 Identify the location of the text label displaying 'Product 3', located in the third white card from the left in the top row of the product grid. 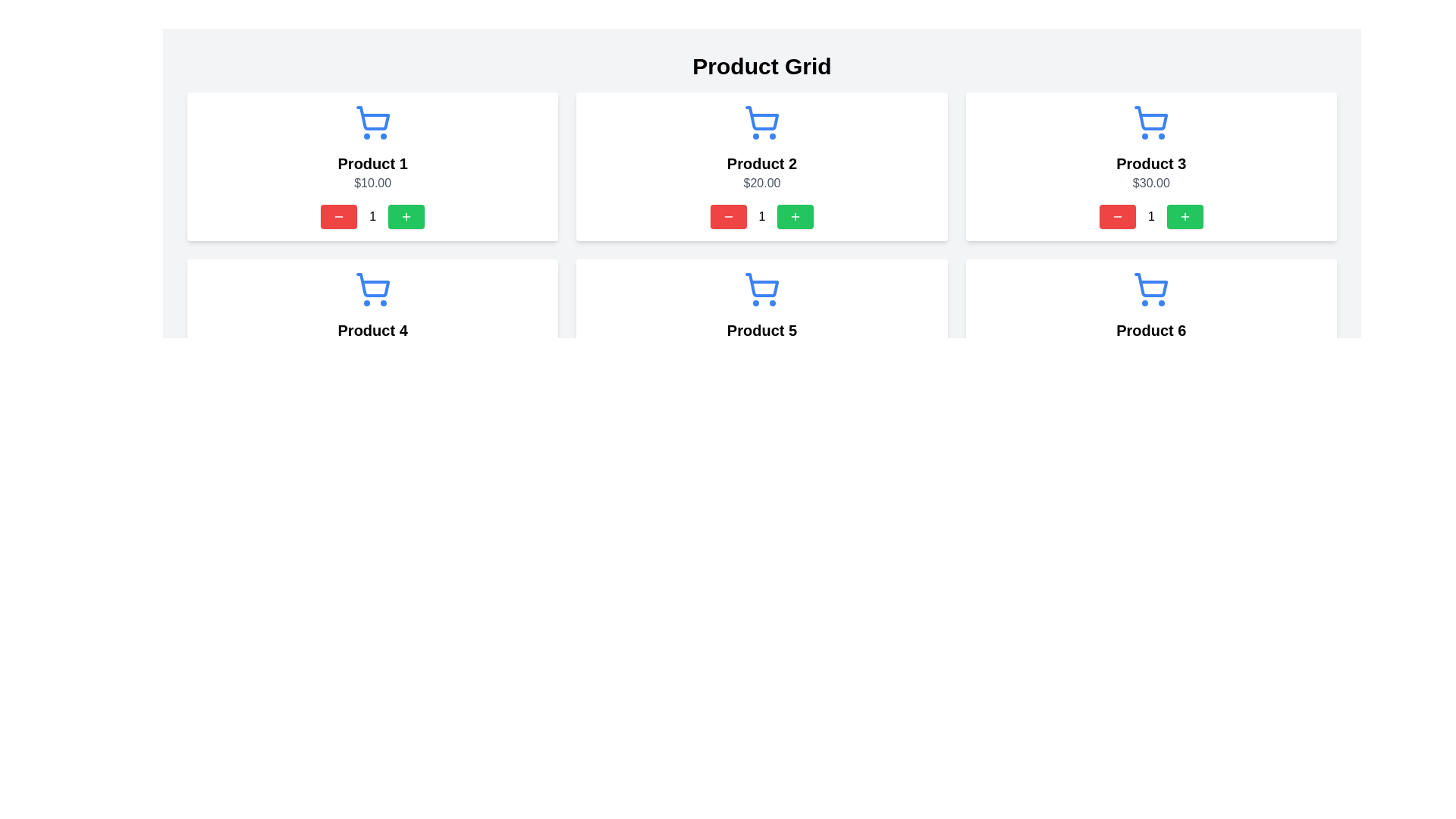
(1151, 164).